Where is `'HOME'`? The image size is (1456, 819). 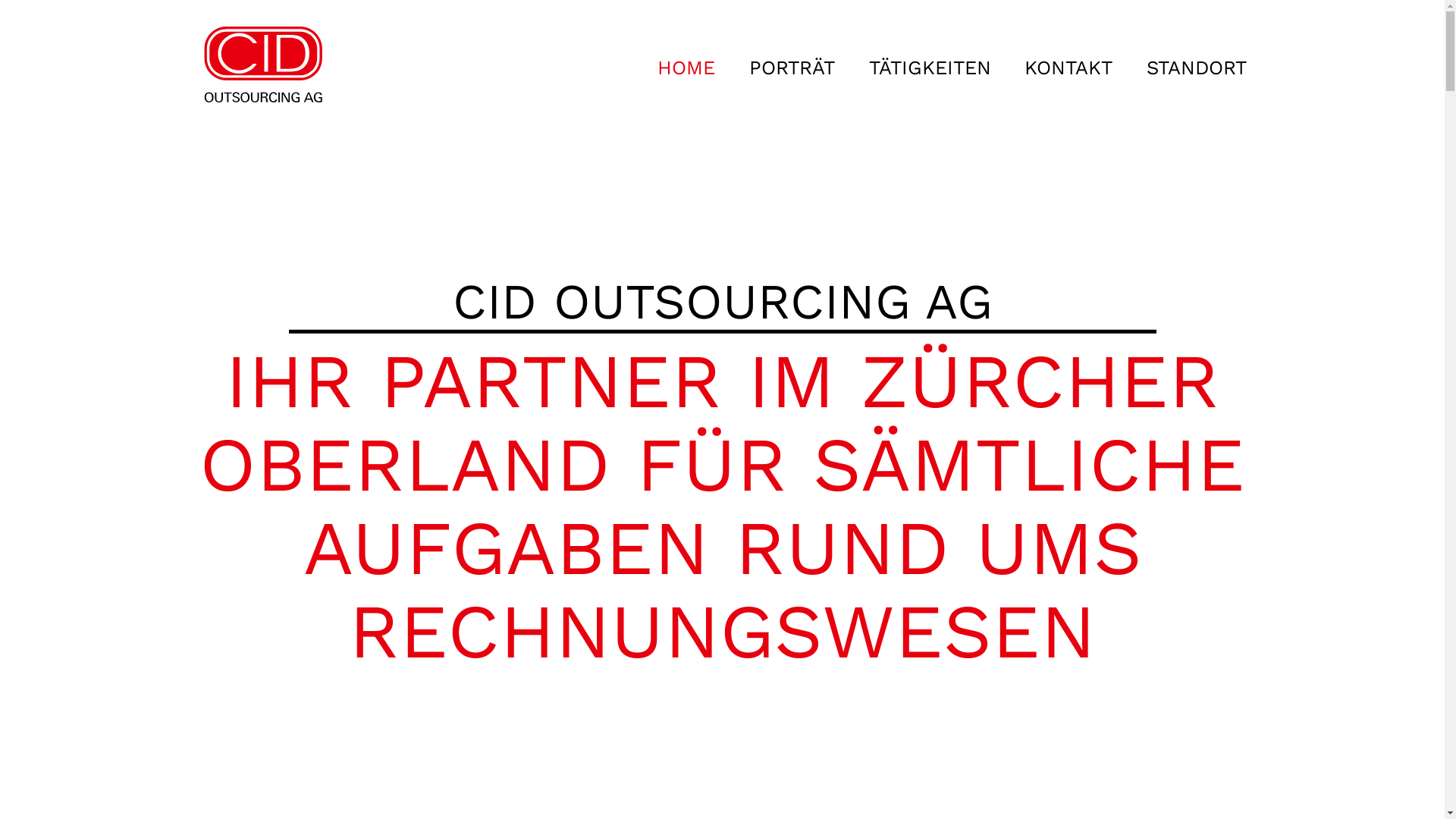
'HOME' is located at coordinates (640, 61).